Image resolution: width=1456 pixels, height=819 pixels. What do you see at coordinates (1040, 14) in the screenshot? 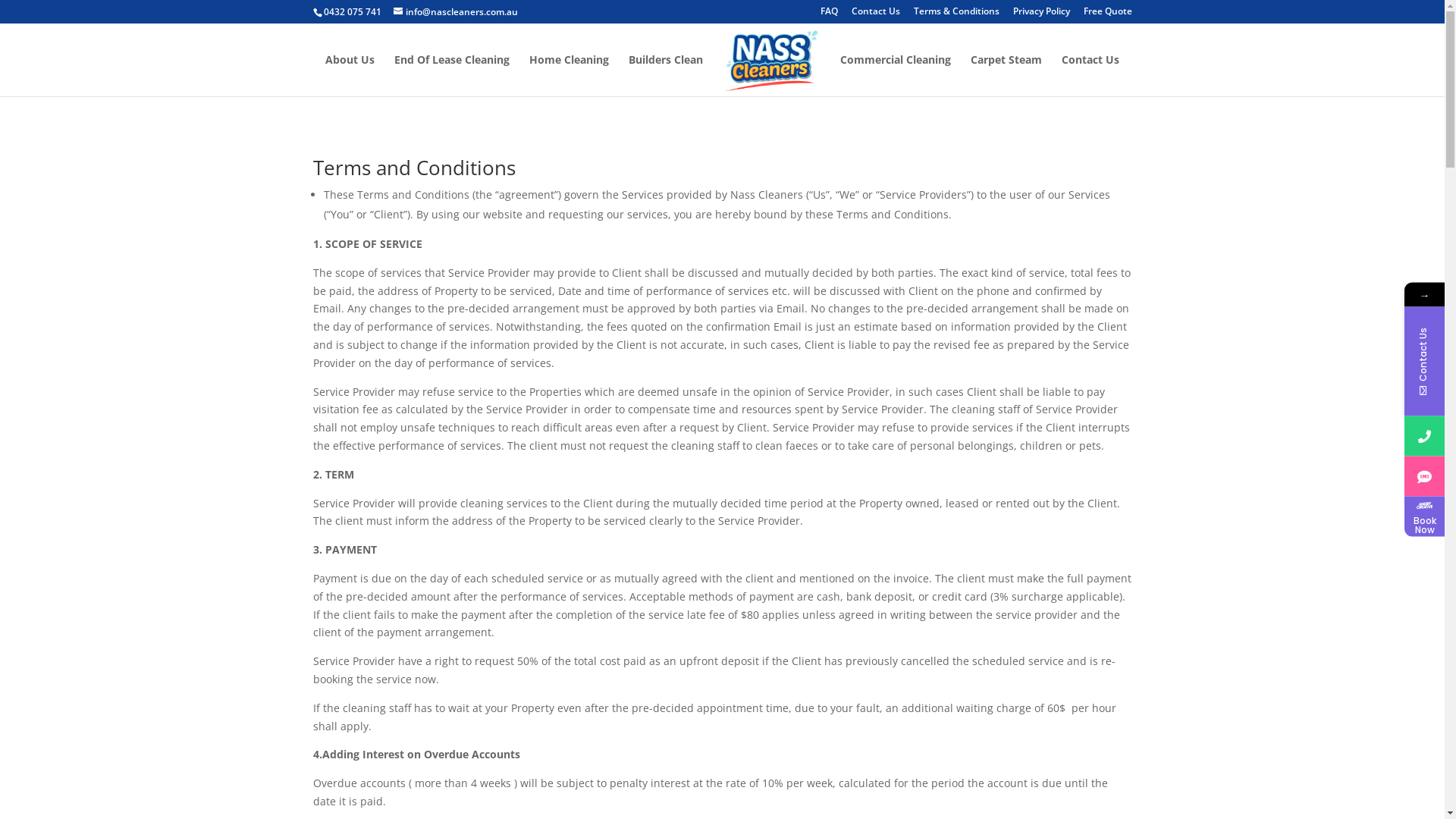
I see `'Privacy Policy'` at bounding box center [1040, 14].